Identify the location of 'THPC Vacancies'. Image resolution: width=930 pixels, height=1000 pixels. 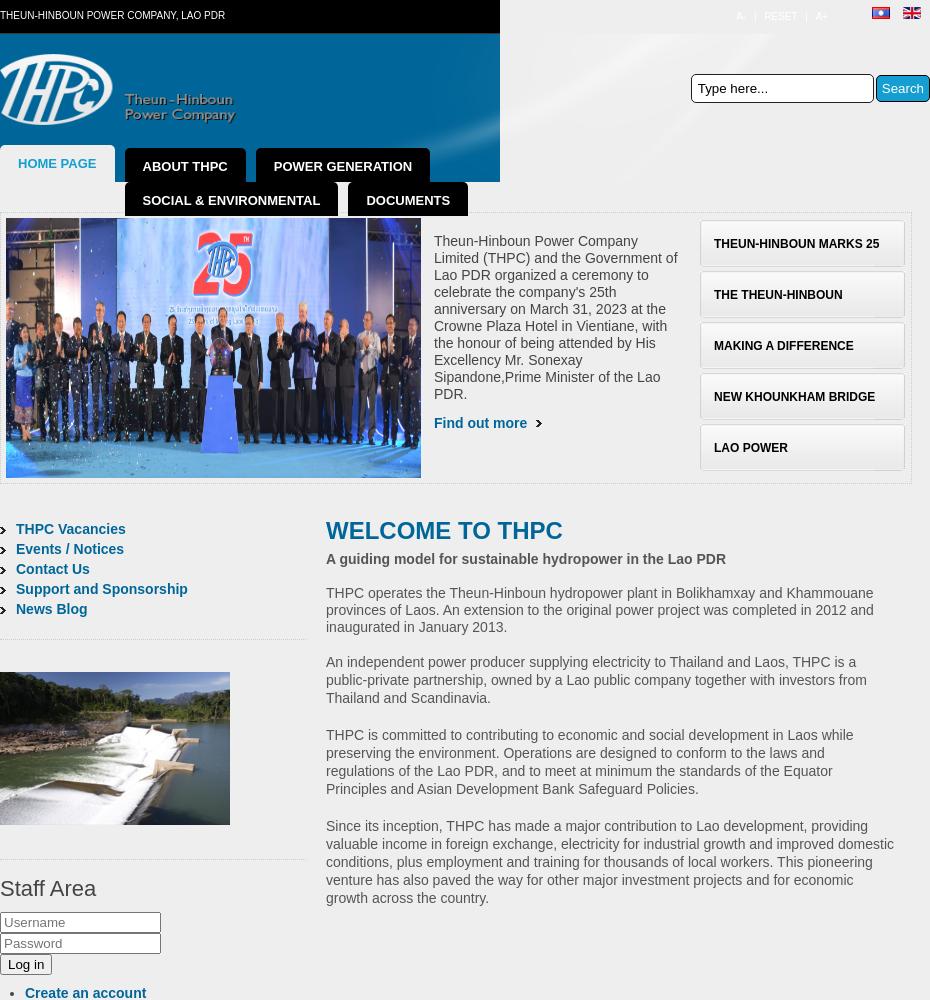
(14, 529).